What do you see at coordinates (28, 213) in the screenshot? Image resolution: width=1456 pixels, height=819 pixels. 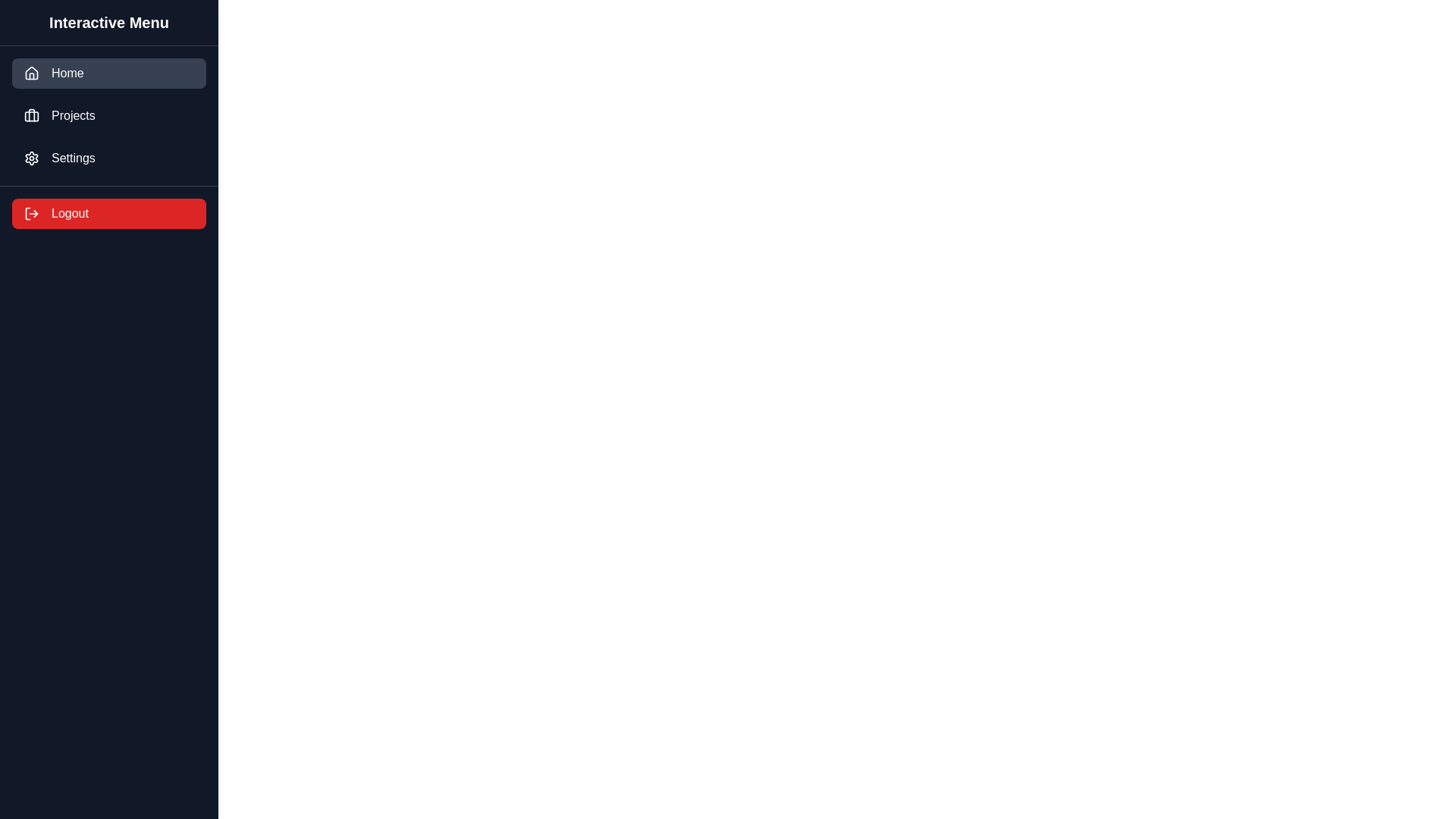 I see `the vertical line vector graphic component that is part of the logout icon located to the left of the 'Logout' label in the sidebar` at bounding box center [28, 213].